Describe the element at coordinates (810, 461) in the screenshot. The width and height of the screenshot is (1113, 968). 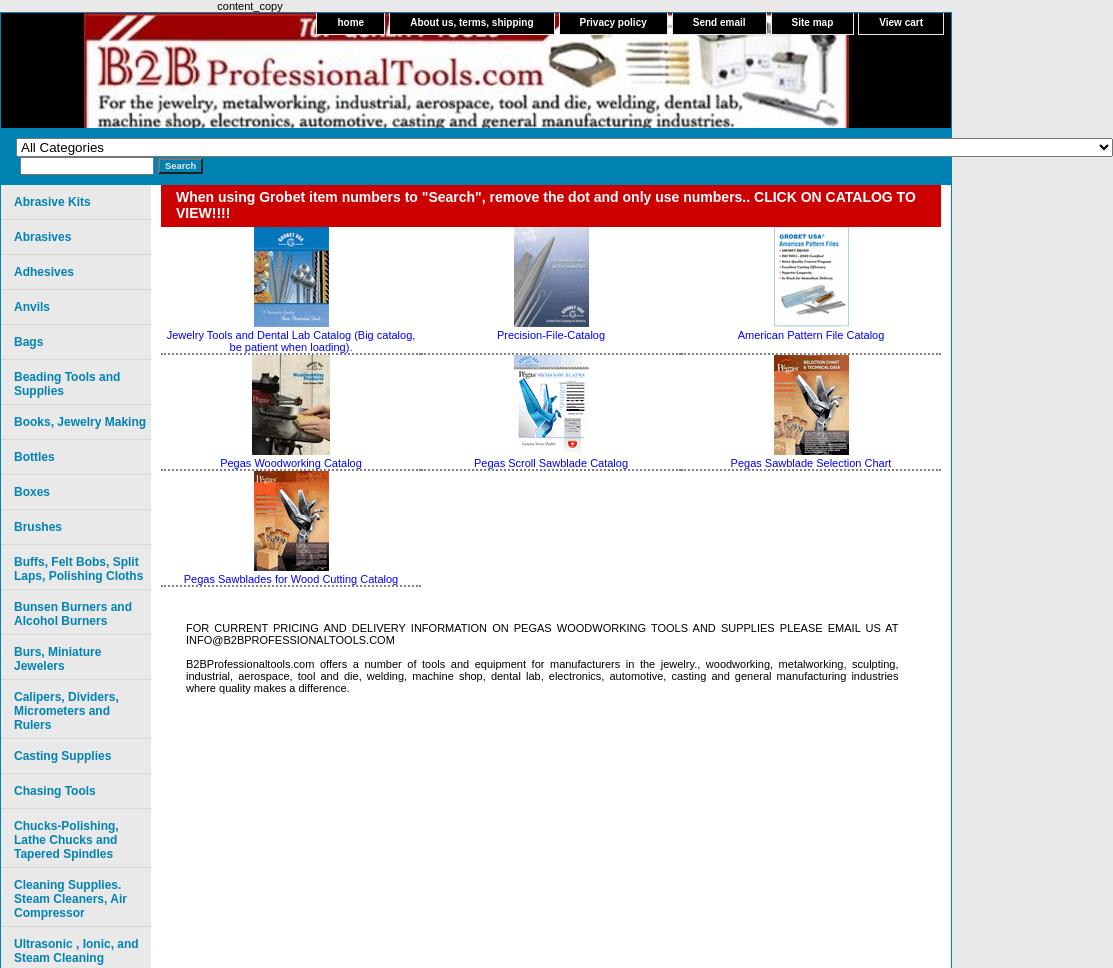
I see `'Pegas Sawblade Selection Chart'` at that location.